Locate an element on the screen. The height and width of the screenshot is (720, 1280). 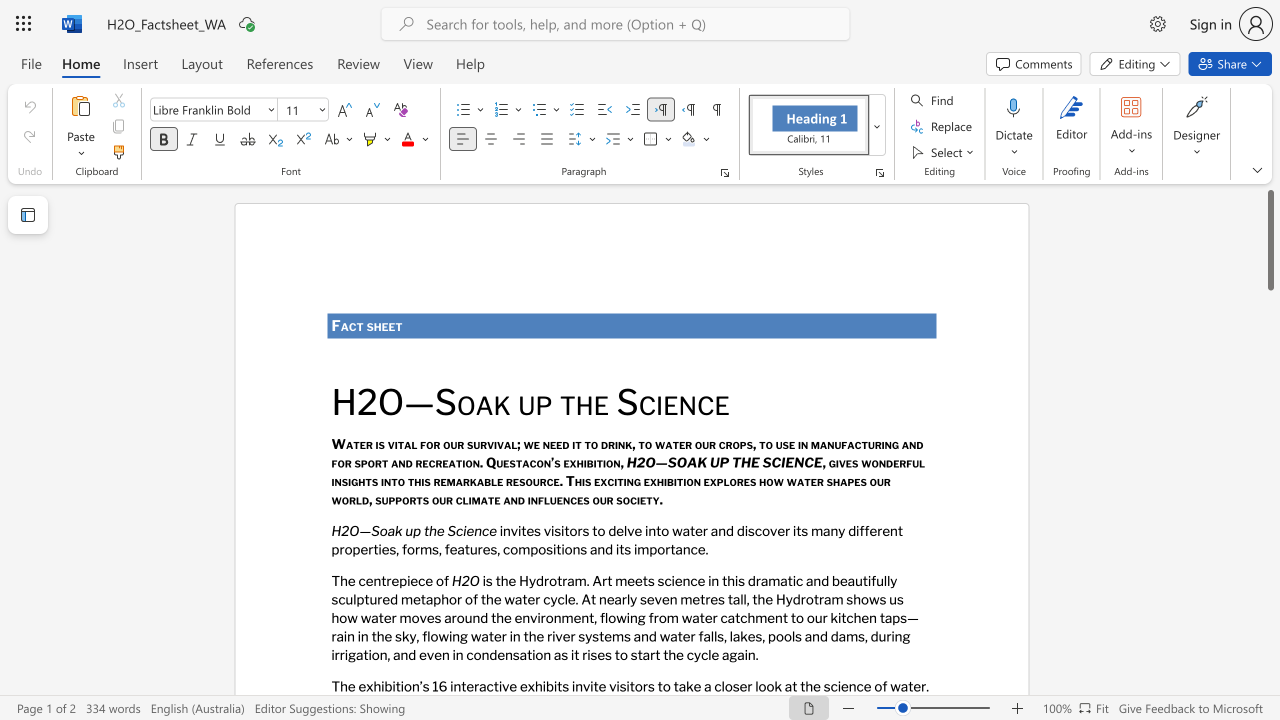
the scrollbar on the right to shift the page lower is located at coordinates (1269, 480).